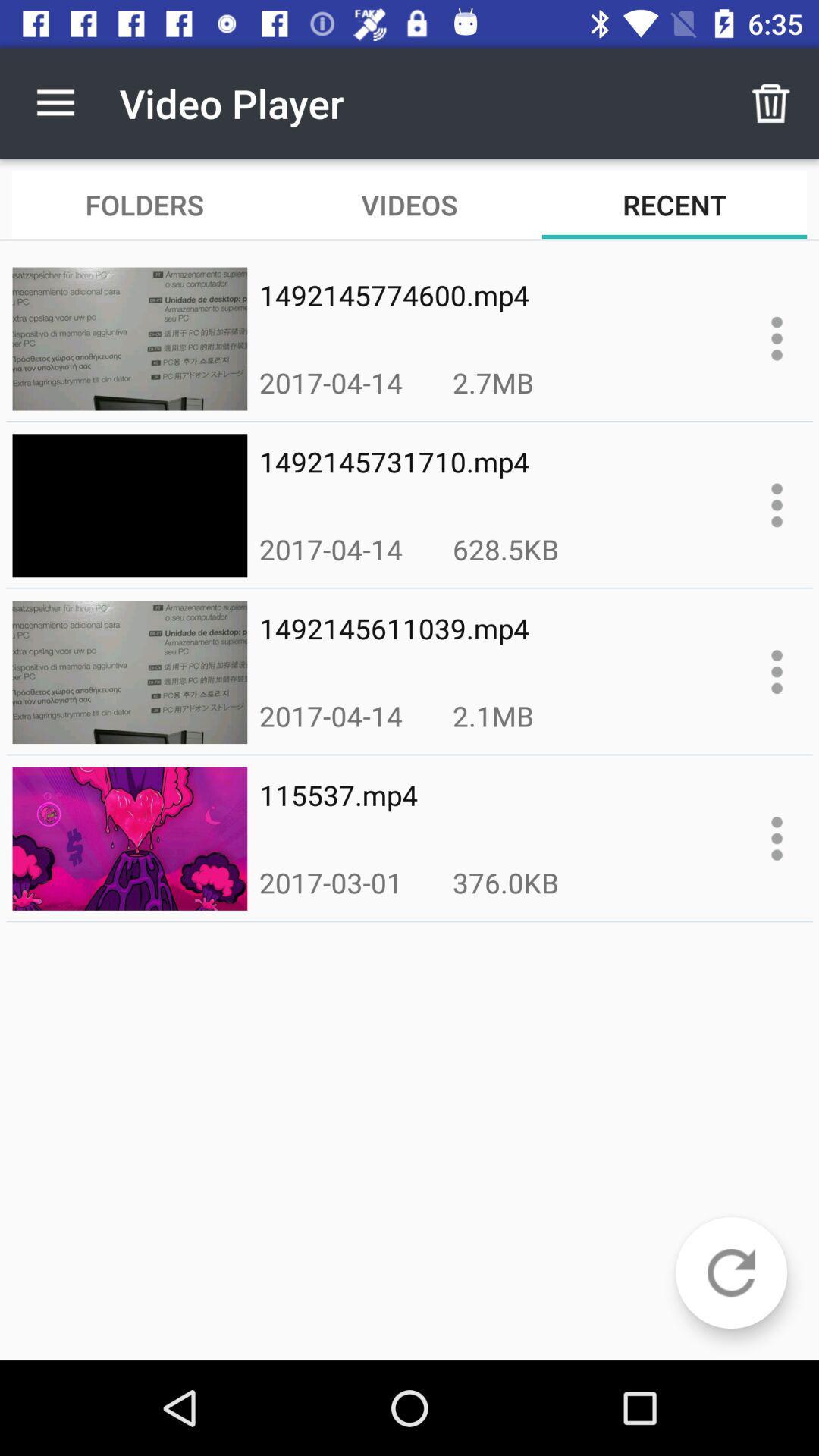  What do you see at coordinates (777, 671) in the screenshot?
I see `more info` at bounding box center [777, 671].